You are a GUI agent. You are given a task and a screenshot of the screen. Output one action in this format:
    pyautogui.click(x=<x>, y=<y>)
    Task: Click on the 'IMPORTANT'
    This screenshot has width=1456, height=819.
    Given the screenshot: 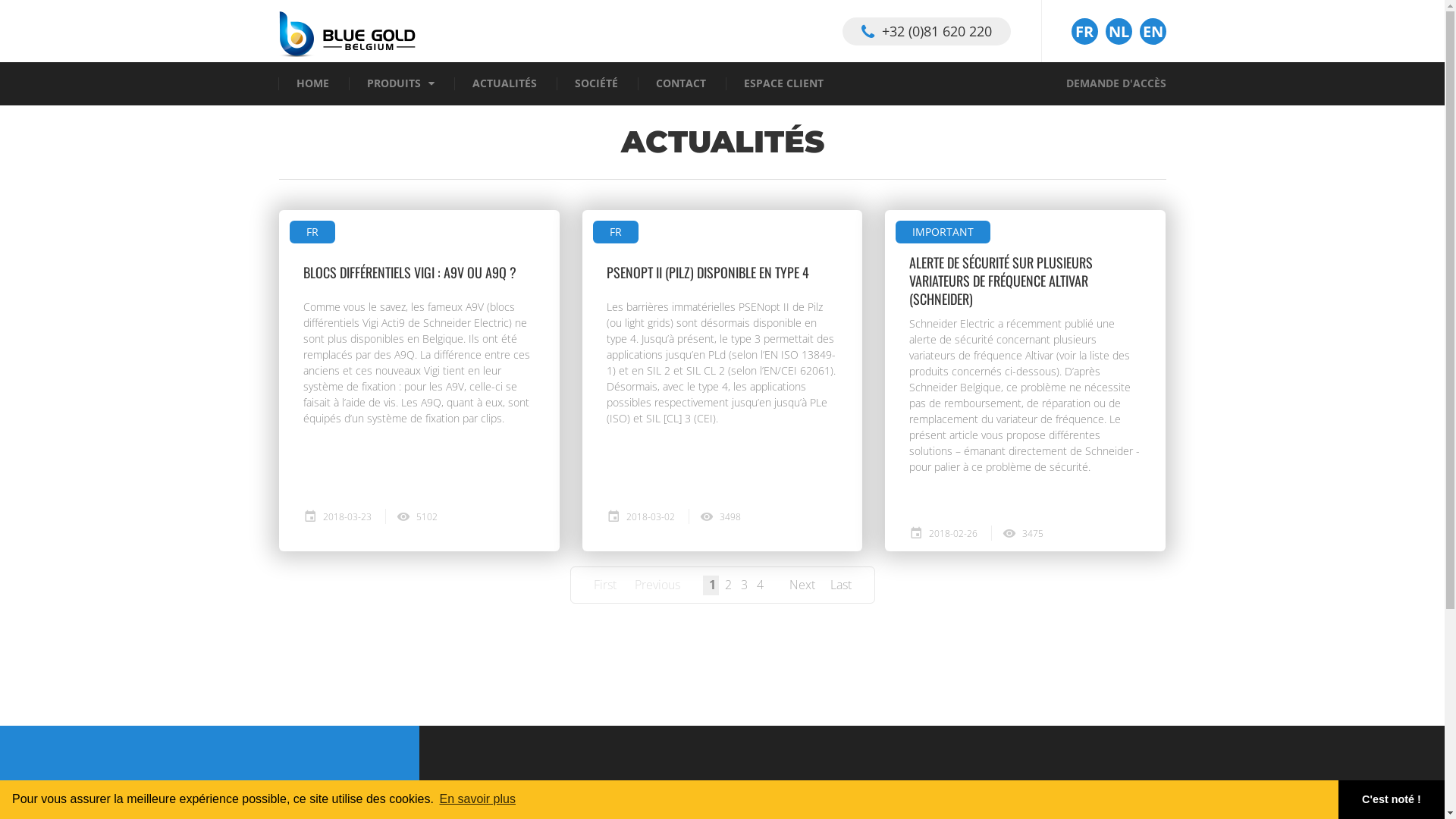 What is the action you would take?
    pyautogui.click(x=895, y=231)
    